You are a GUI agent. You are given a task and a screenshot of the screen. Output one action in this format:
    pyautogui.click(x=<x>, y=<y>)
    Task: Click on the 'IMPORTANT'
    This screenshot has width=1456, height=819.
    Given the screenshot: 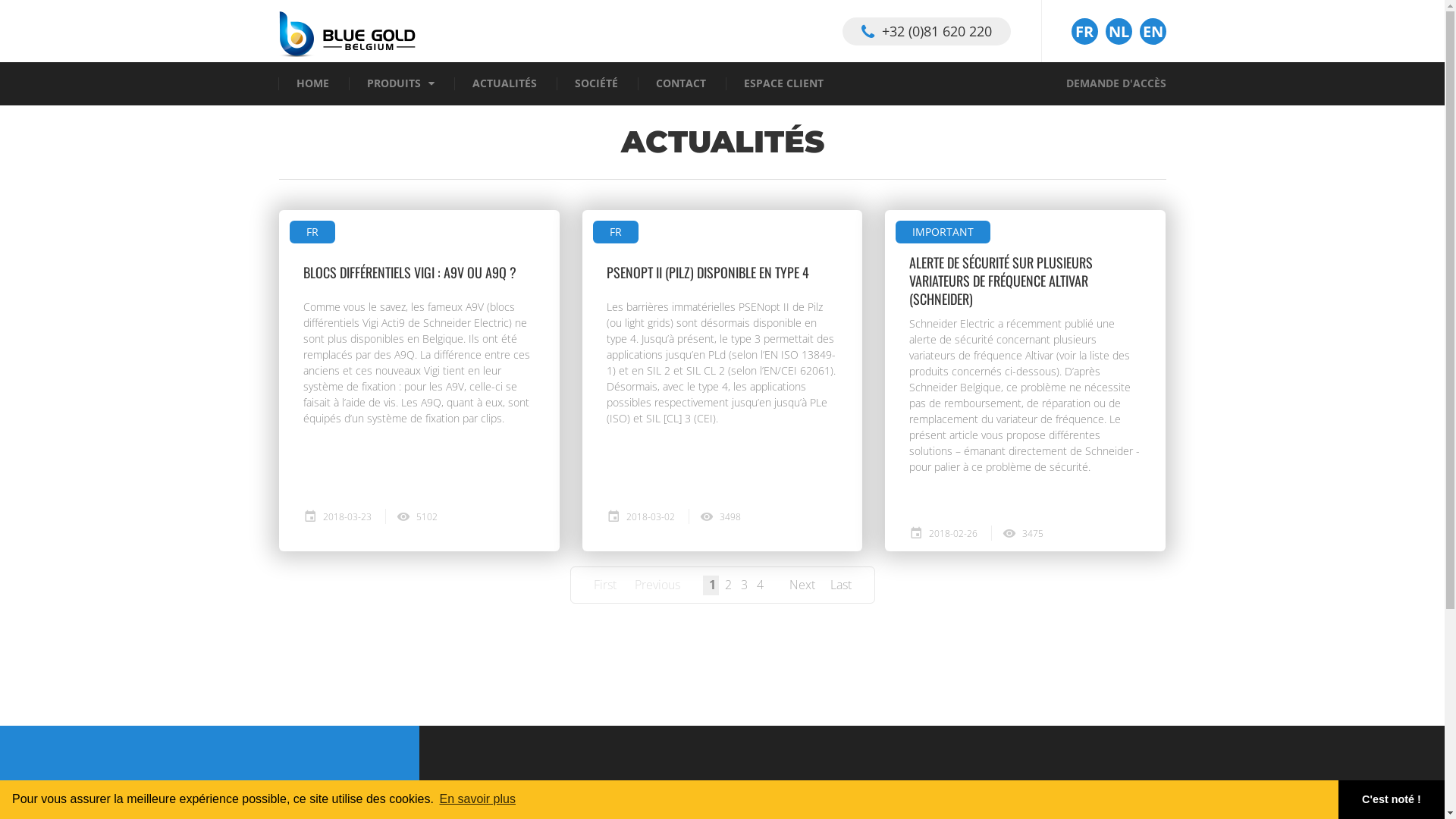 What is the action you would take?
    pyautogui.click(x=895, y=231)
    